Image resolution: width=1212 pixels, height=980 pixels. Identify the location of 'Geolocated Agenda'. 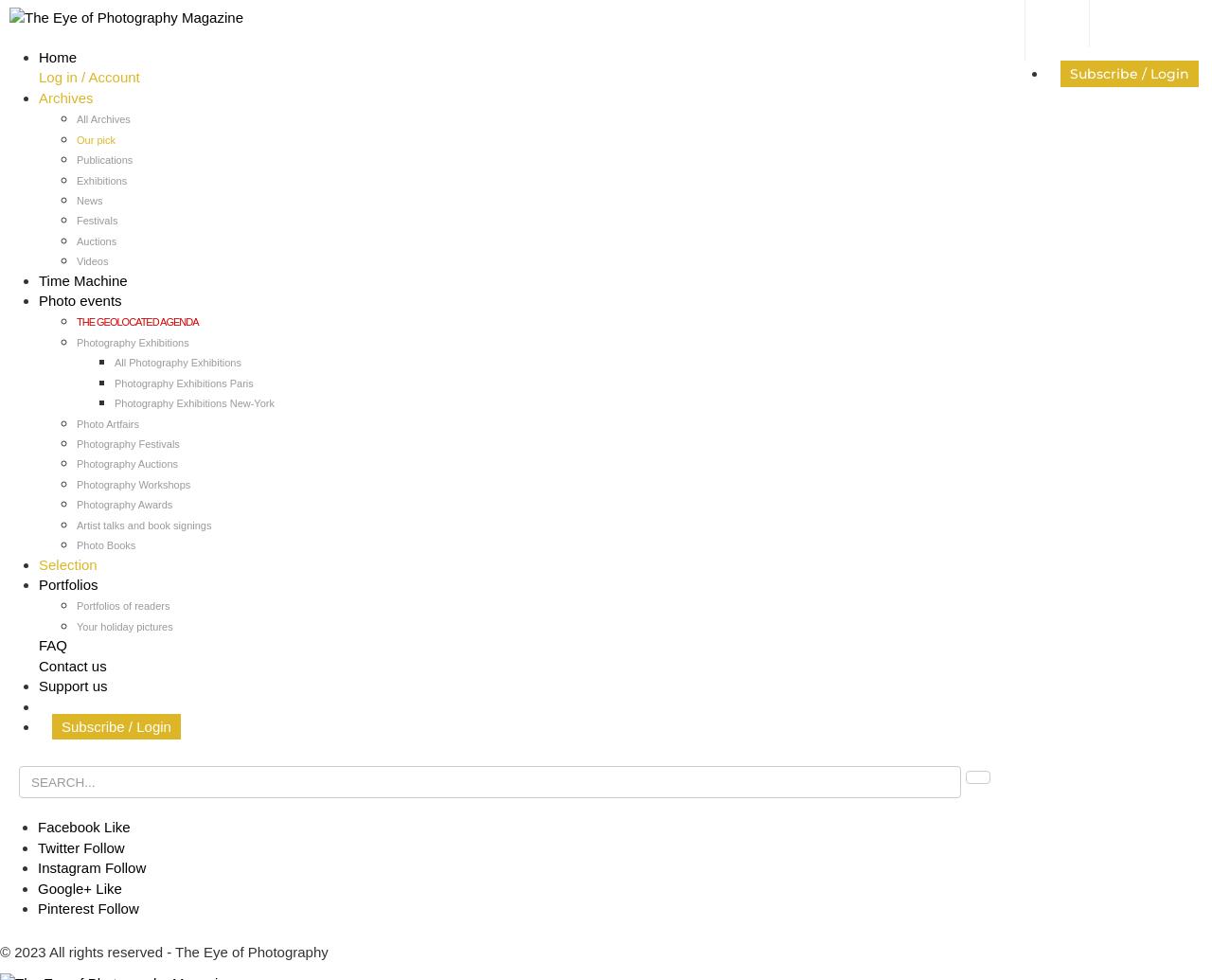
(99, 704).